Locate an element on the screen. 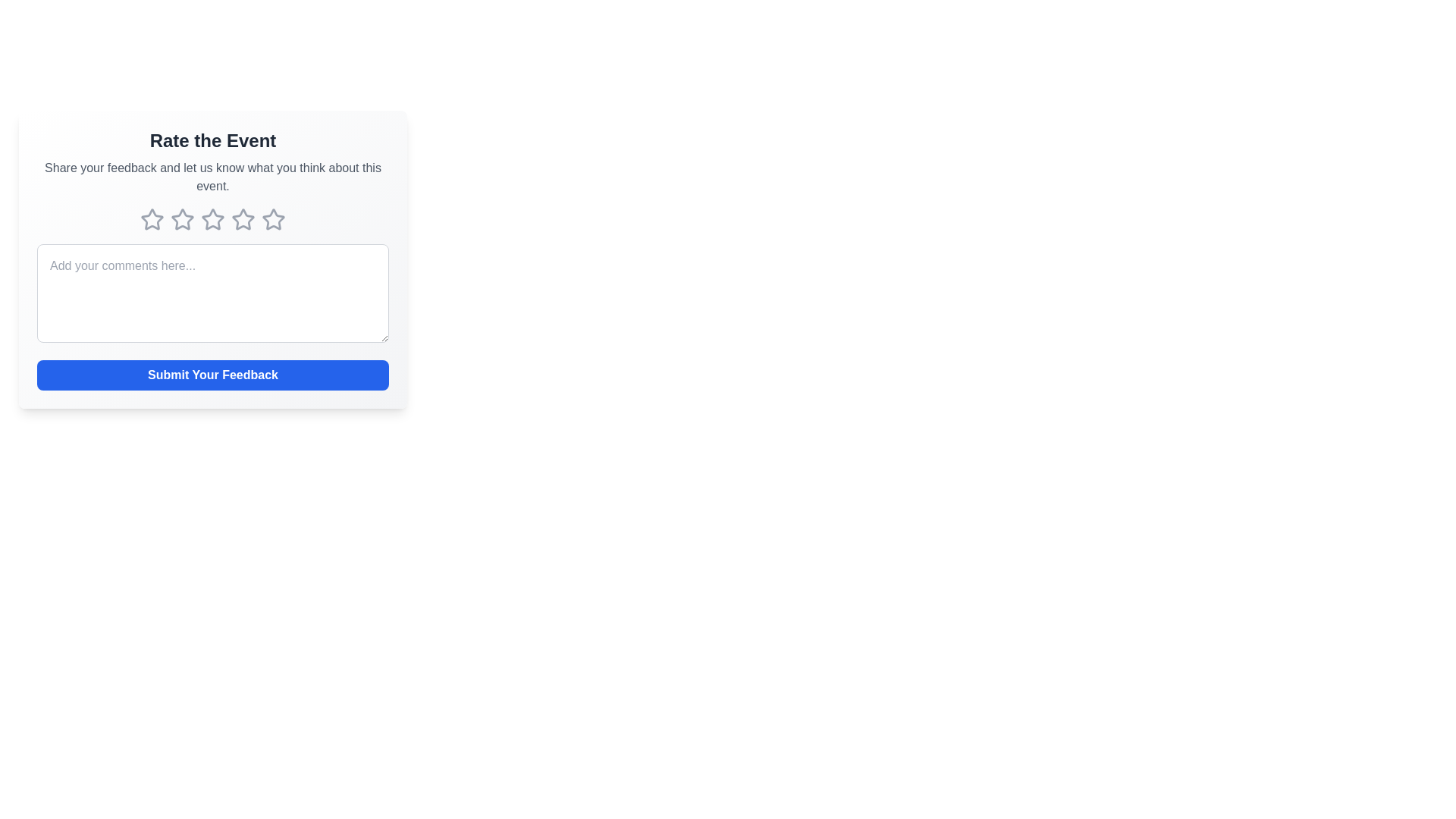 The height and width of the screenshot is (819, 1456). the first star icon in the star rating system is located at coordinates (152, 219).